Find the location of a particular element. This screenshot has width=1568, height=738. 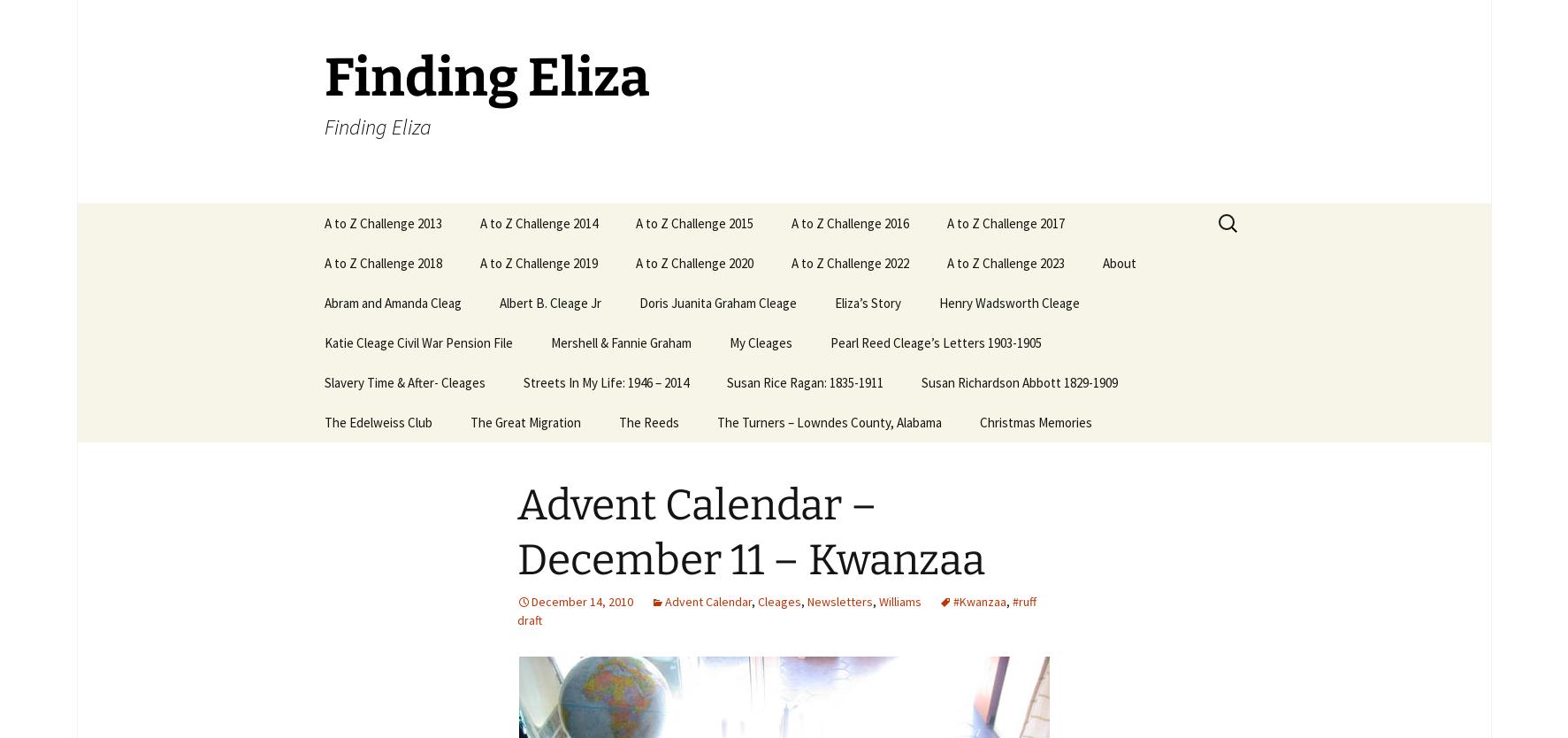

'Abram and Amanda Cleag' is located at coordinates (391, 303).